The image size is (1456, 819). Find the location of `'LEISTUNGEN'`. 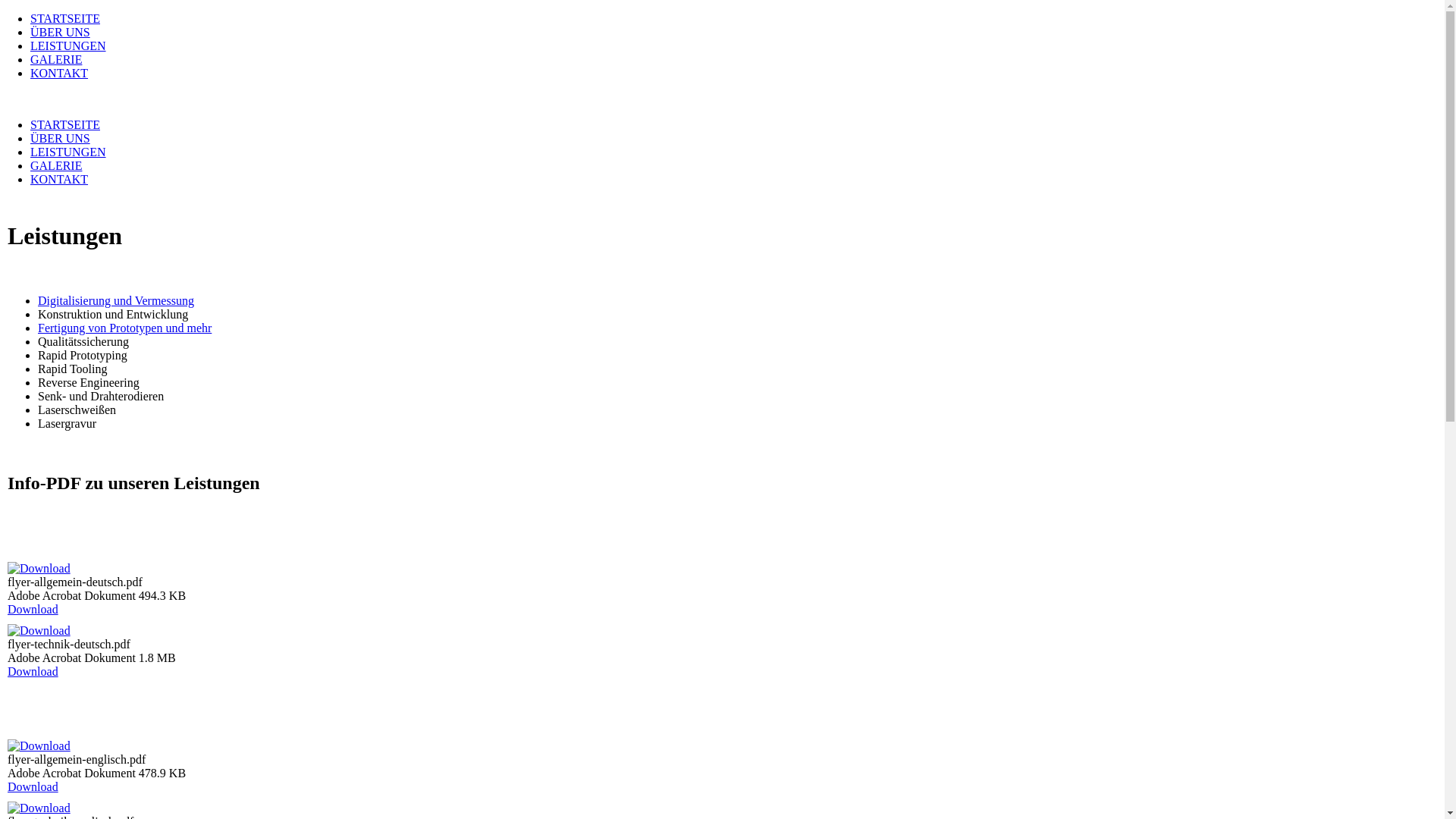

'LEISTUNGEN' is located at coordinates (67, 45).